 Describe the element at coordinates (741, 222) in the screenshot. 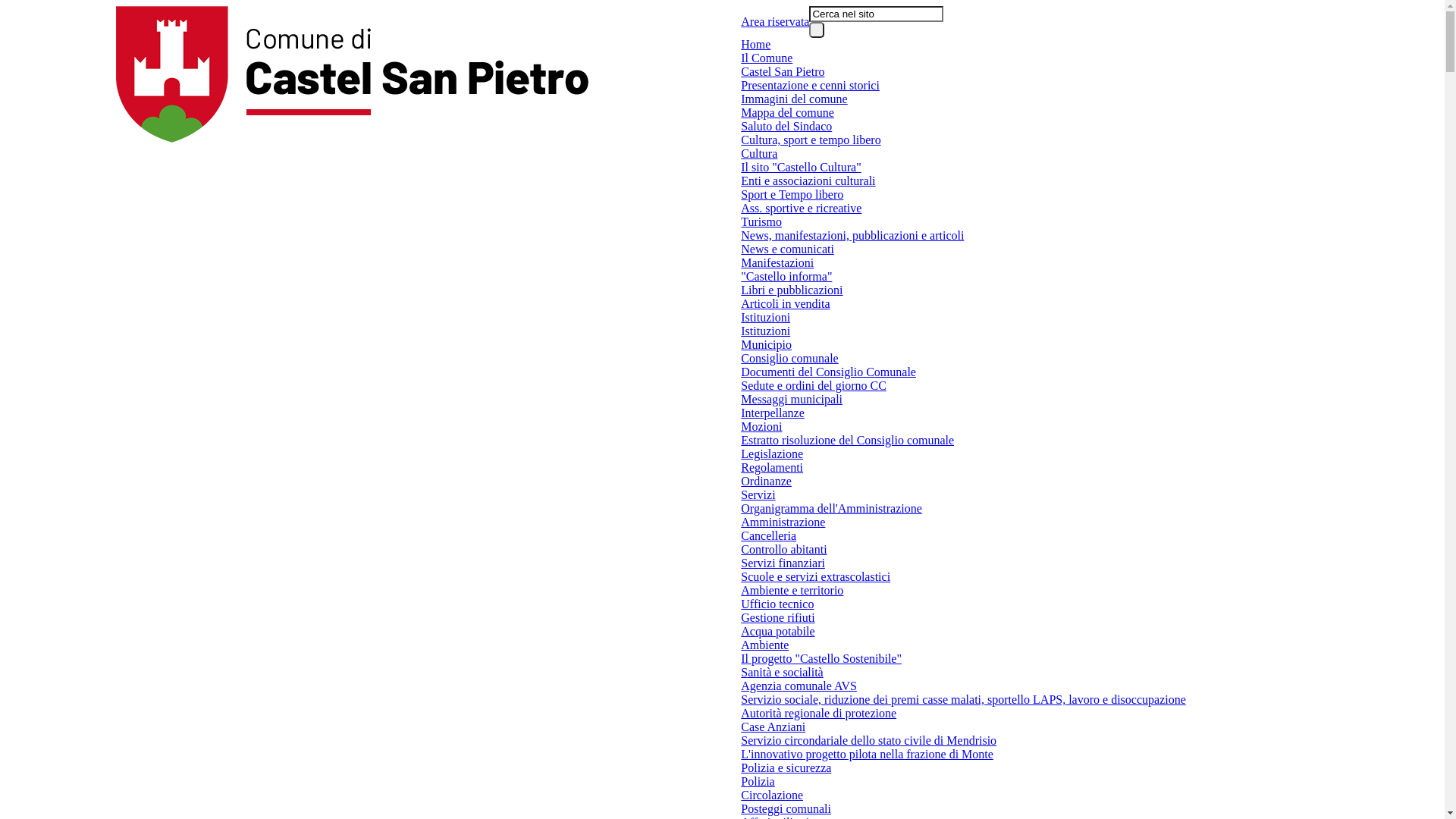

I see `'Turismo'` at that location.